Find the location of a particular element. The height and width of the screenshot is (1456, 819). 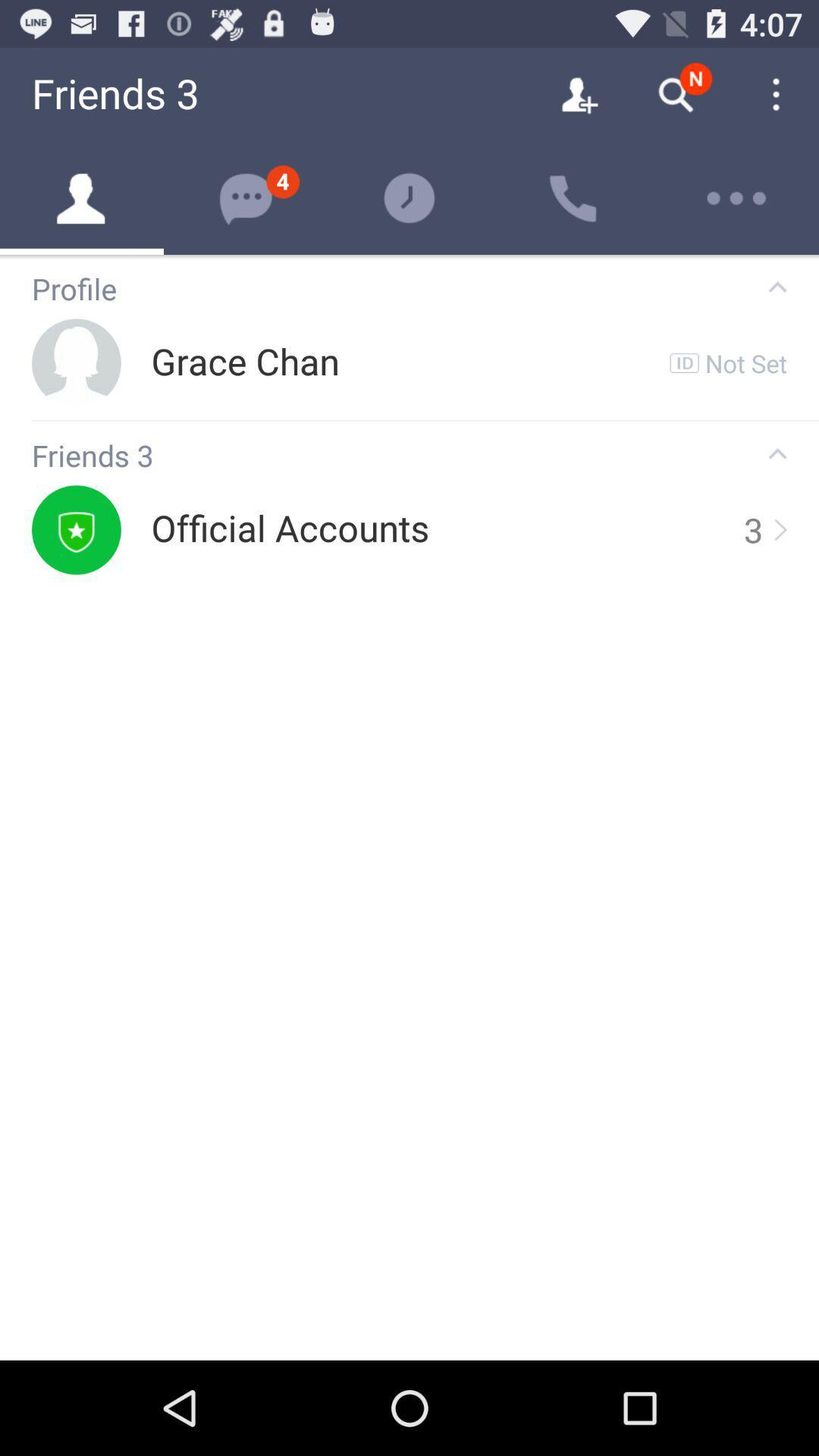

the not set is located at coordinates (745, 362).